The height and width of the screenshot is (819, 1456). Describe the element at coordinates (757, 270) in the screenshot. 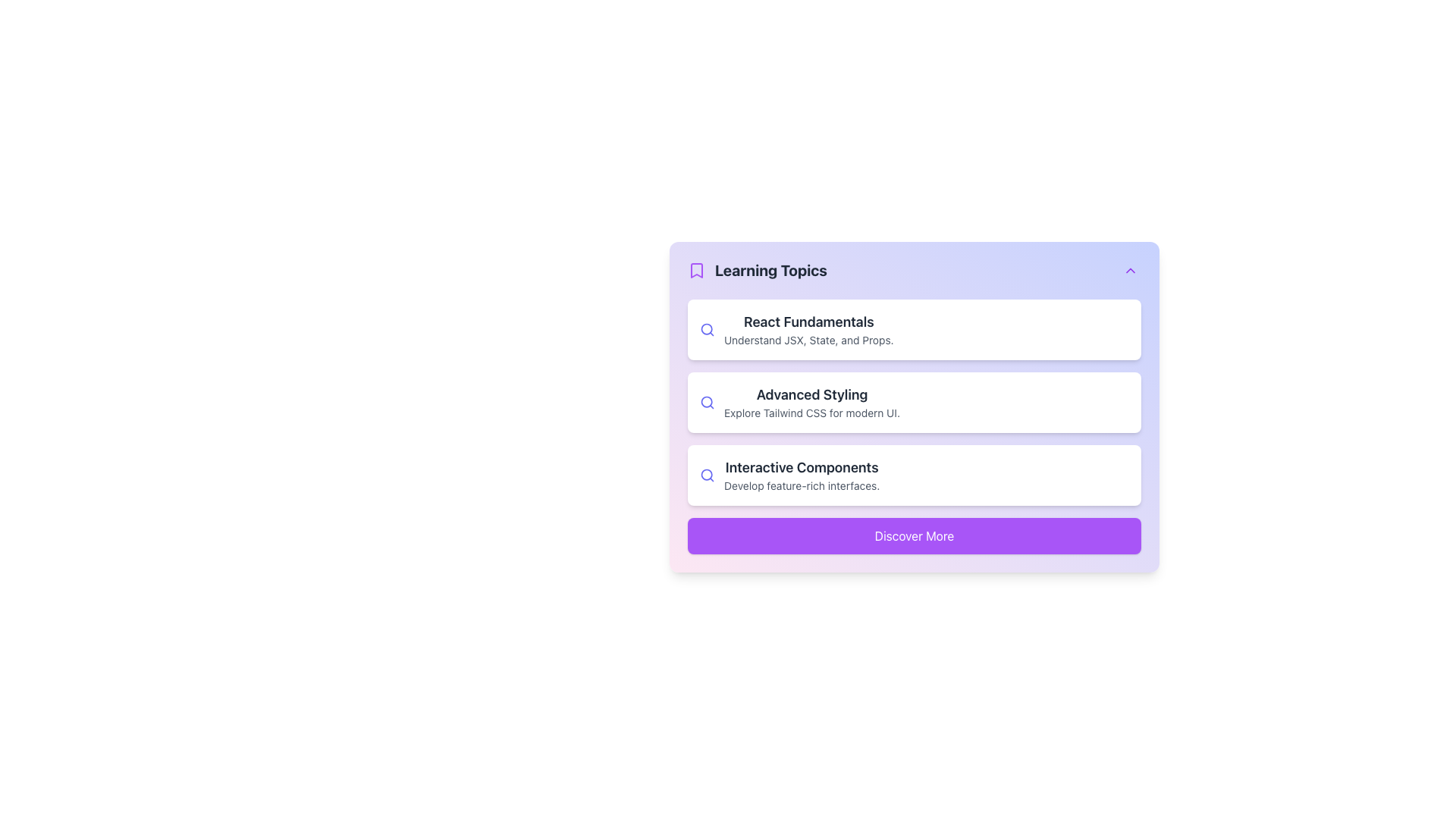

I see `the combined label and icon element that features a bookmark icon with a purple outline and a bold dark gray text label saying 'Learning Topics.'` at that location.